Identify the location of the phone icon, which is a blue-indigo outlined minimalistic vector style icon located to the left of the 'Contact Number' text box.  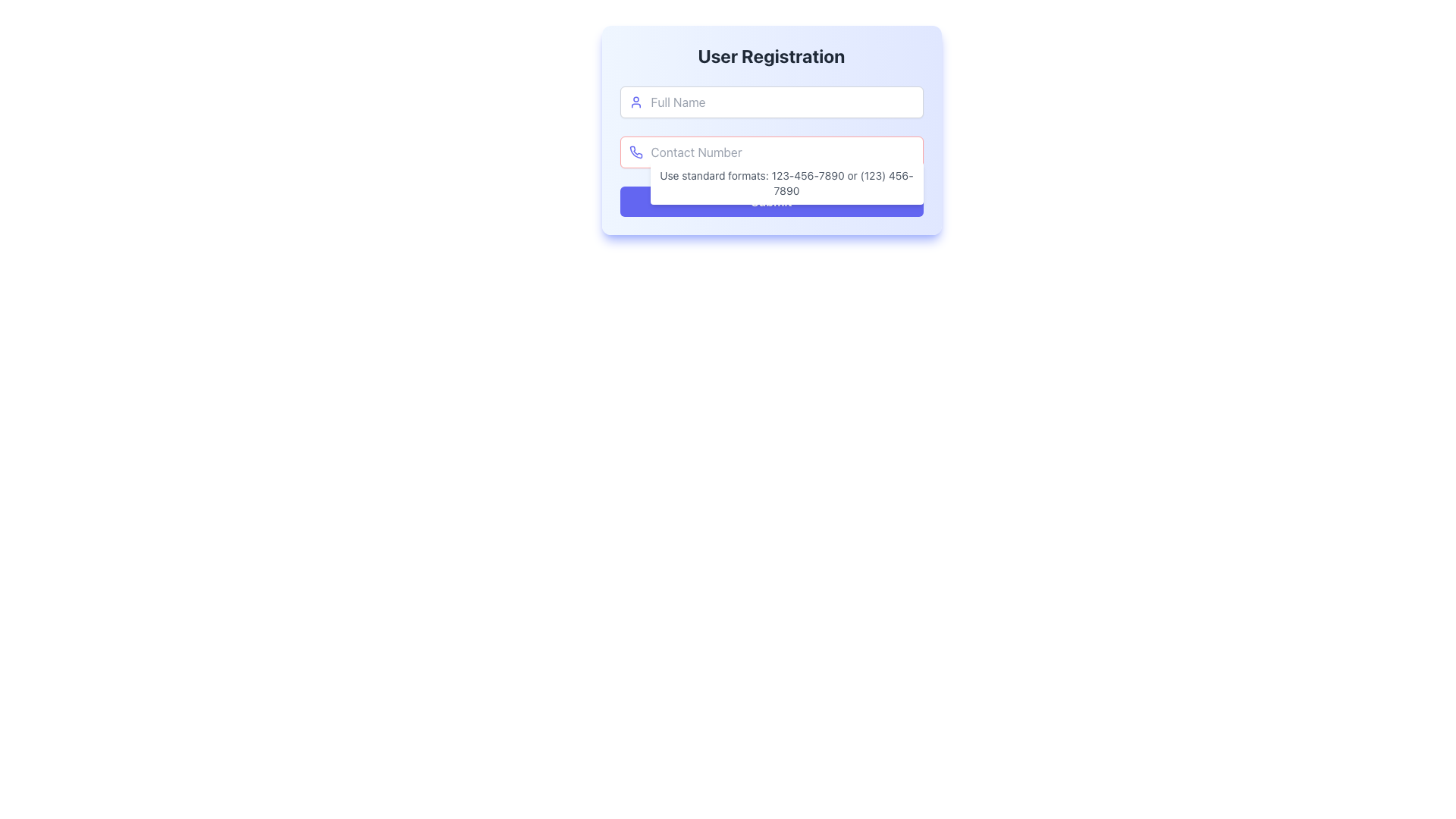
(635, 152).